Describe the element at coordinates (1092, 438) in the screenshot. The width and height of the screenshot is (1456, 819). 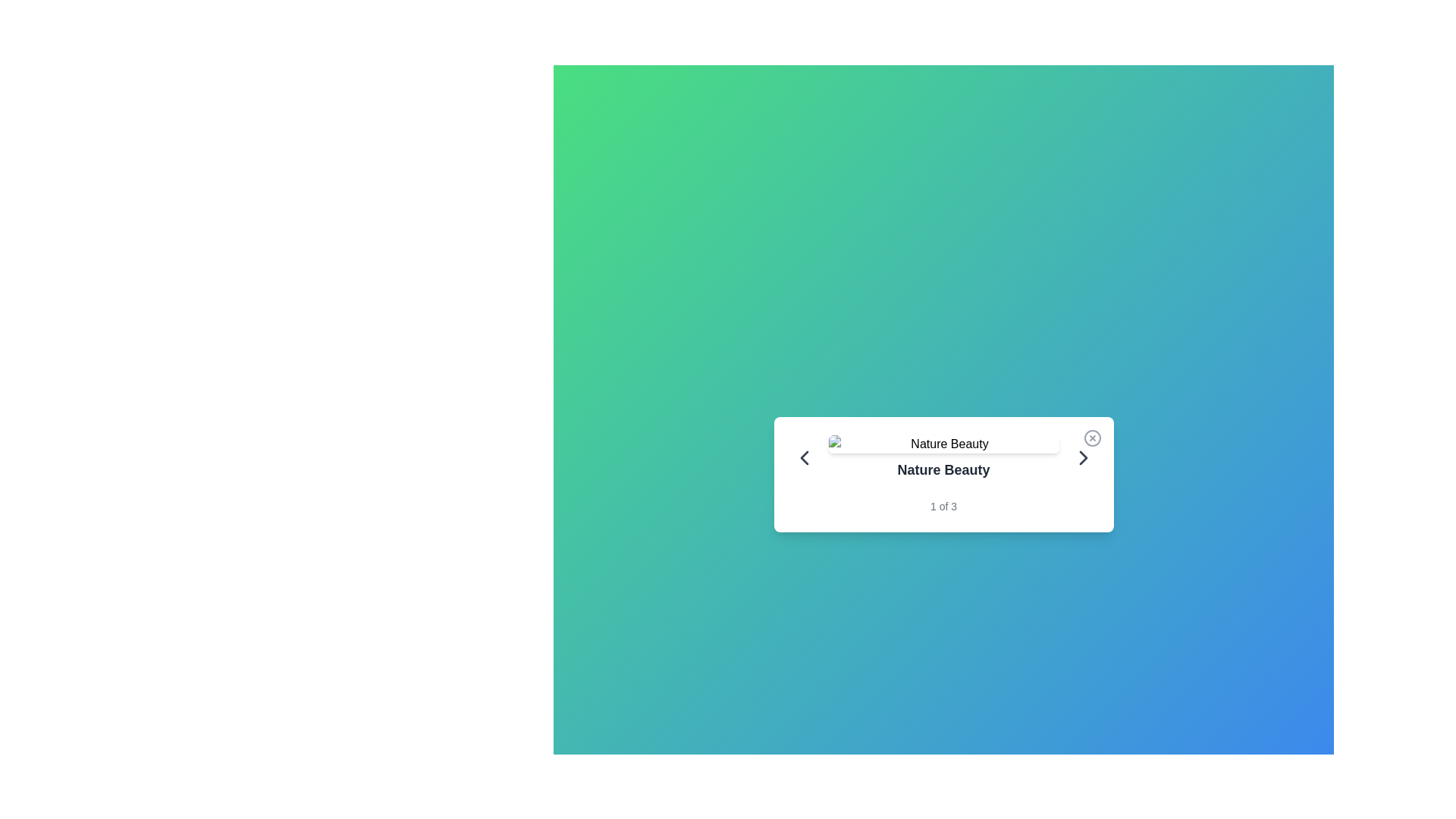
I see `the circular outline of the close icon located in the top-right corner of the card-like interface that contains the text 'Nature Beauty' and '1 of 3'` at that location.